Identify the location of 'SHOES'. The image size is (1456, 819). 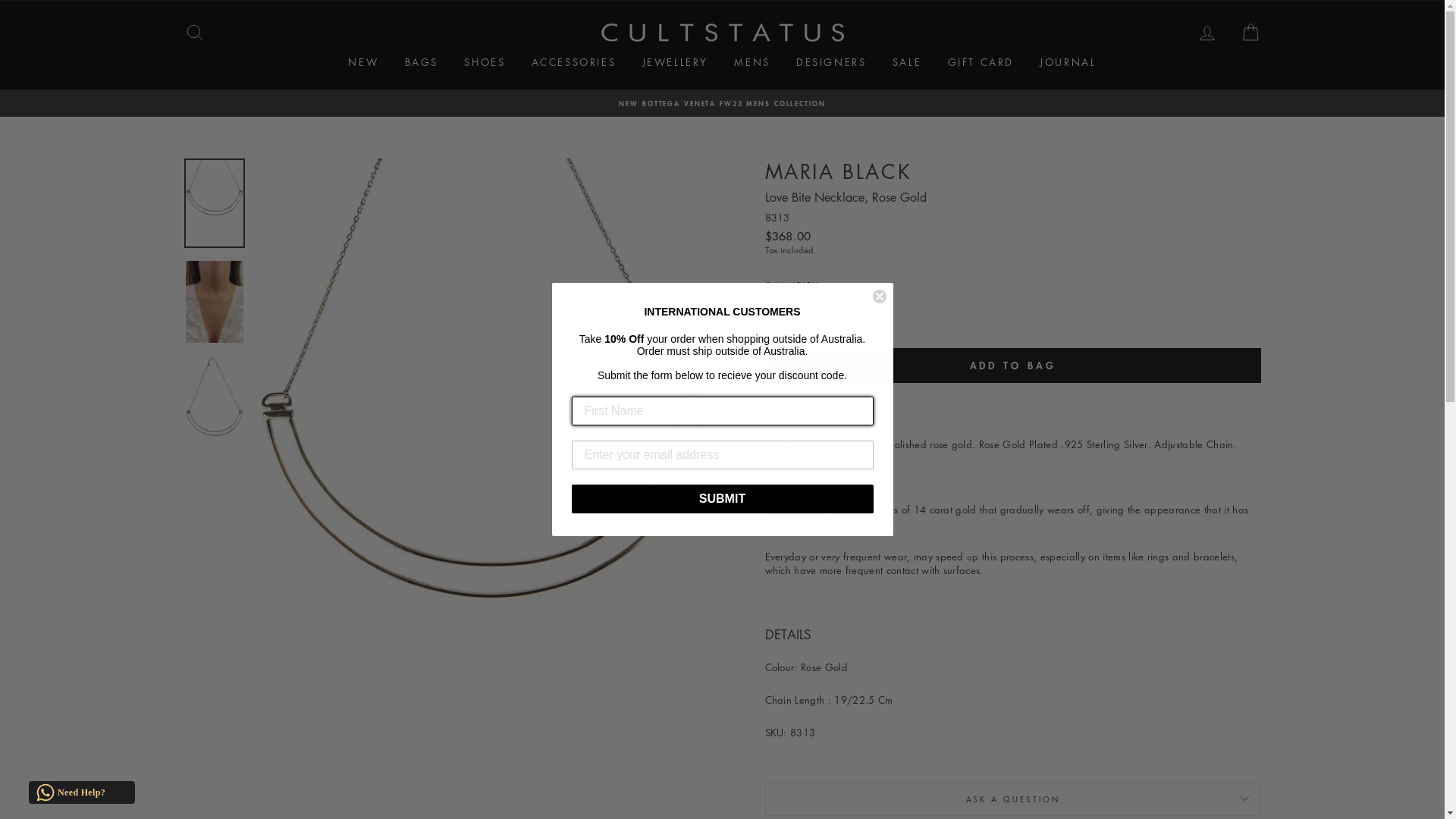
(451, 61).